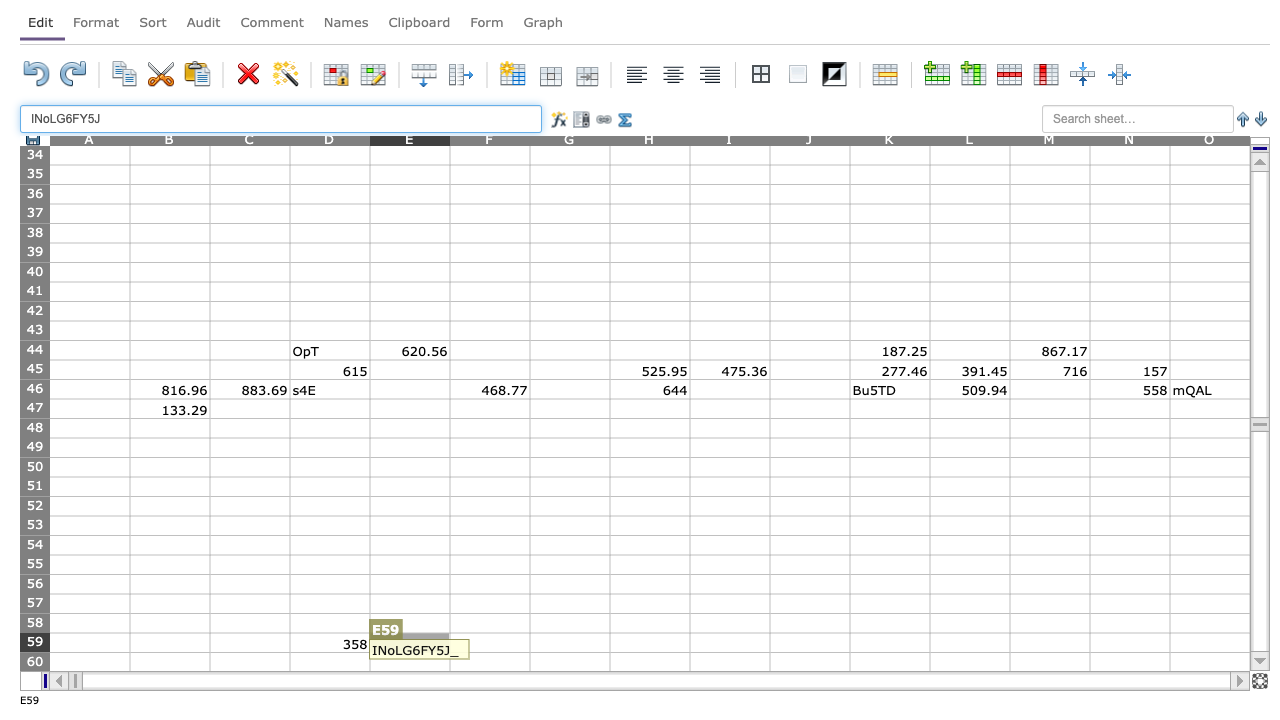 The image size is (1280, 720). What do you see at coordinates (609, 652) in the screenshot?
I see `Place cursor on bottom right corner of G59` at bounding box center [609, 652].